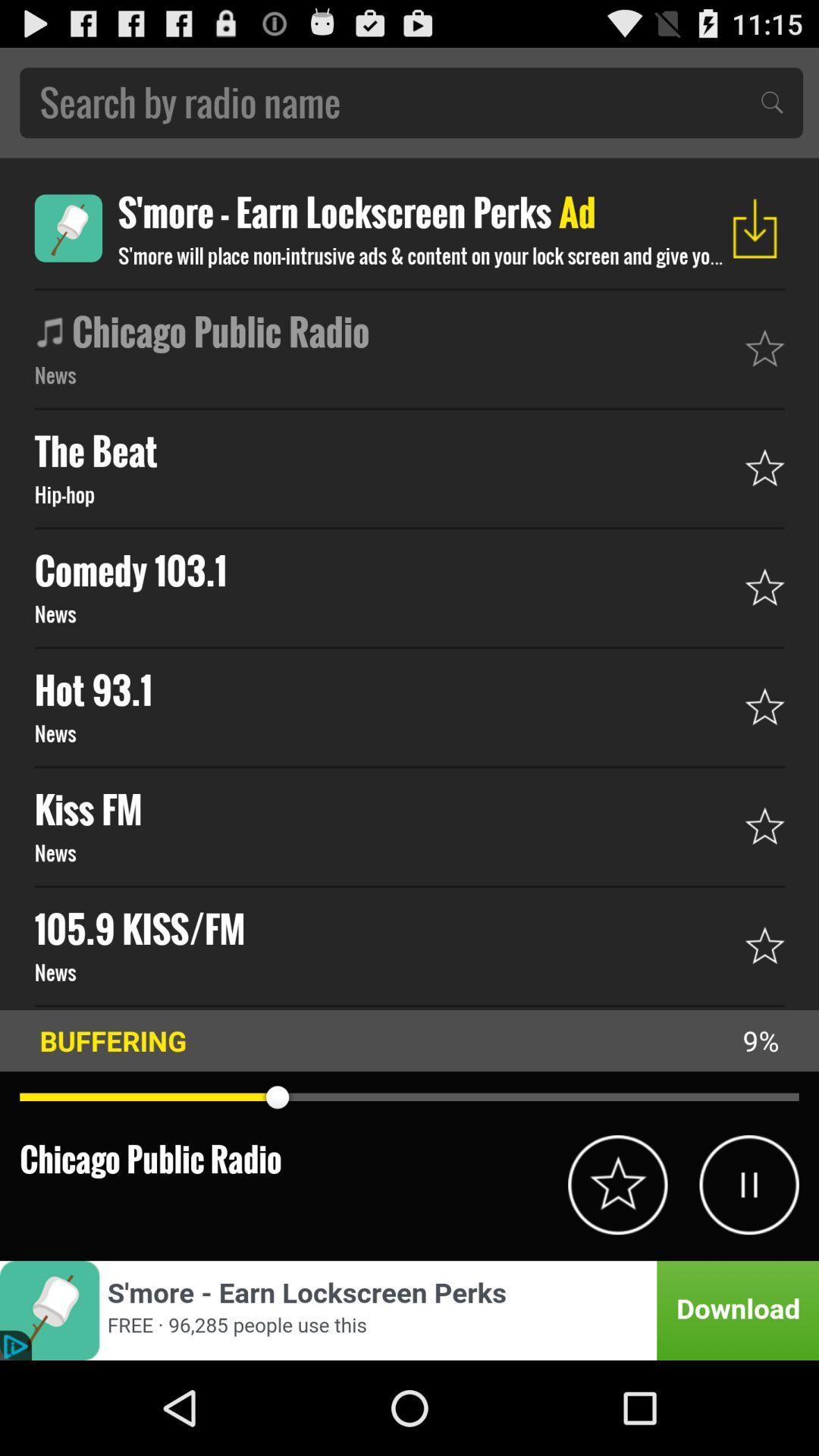  What do you see at coordinates (411, 102) in the screenshot?
I see `search` at bounding box center [411, 102].